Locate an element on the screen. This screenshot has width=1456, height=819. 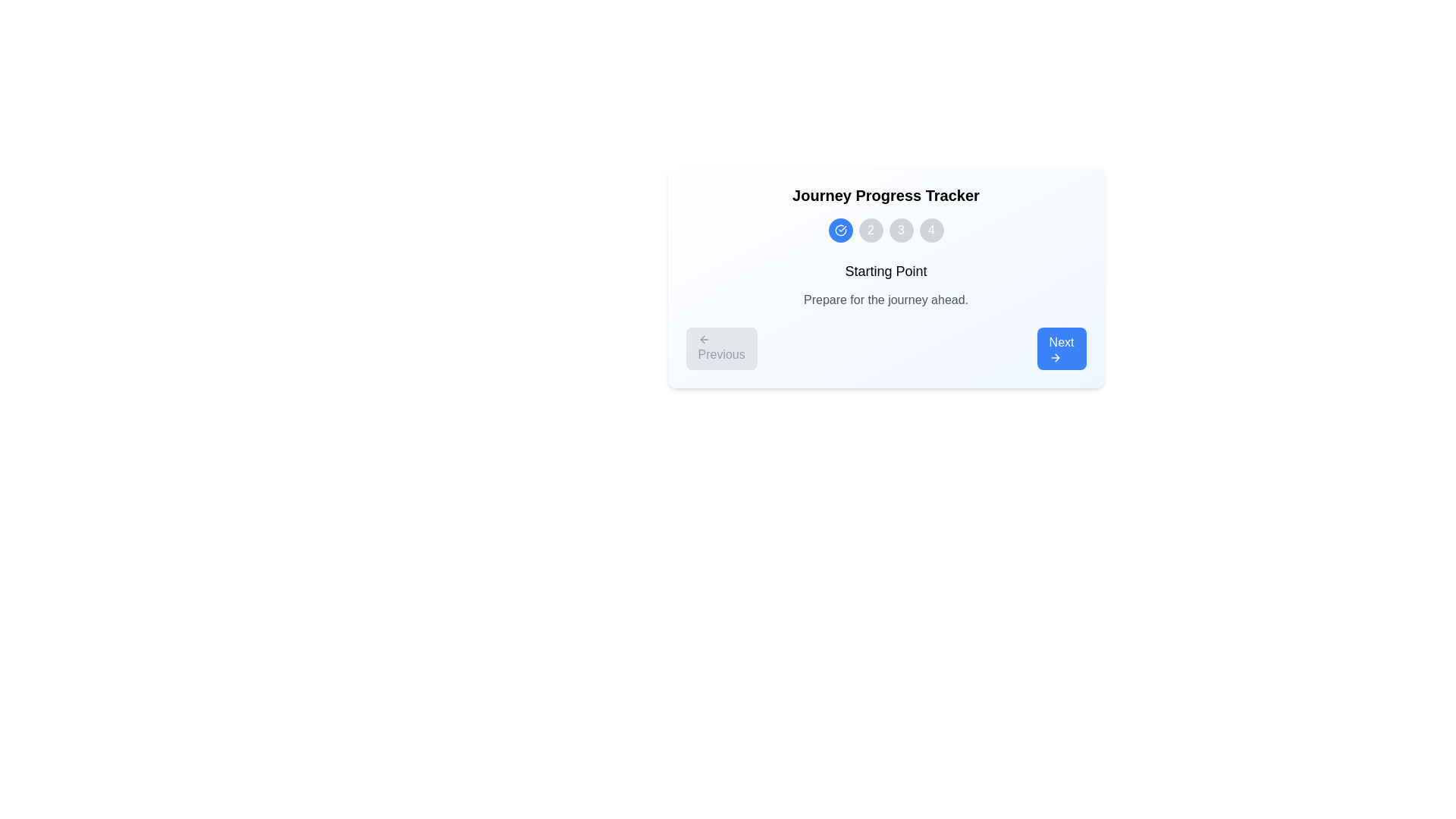
the vector icon element shaped like a right-pointing arrowhead, which serves as a visual indicator for progression next to the 'Next' button is located at coordinates (1056, 357).